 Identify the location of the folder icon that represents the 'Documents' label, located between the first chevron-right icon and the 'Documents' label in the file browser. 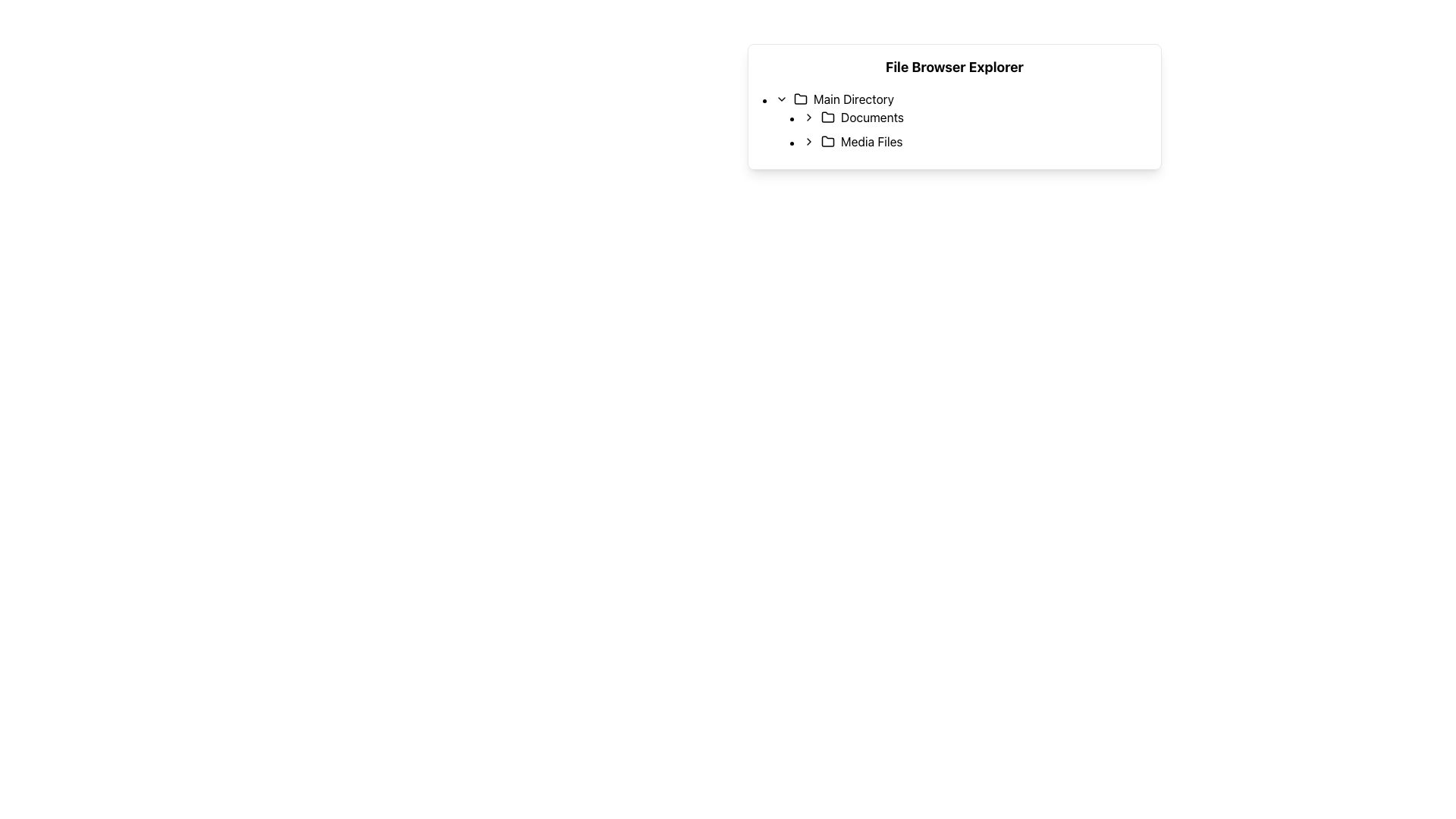
(827, 116).